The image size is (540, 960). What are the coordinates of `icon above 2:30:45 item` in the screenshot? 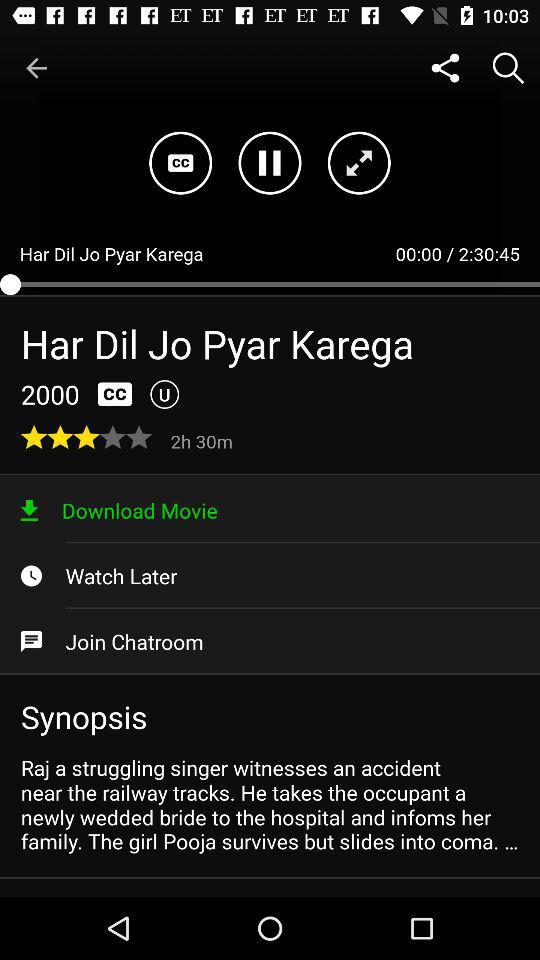 It's located at (508, 68).